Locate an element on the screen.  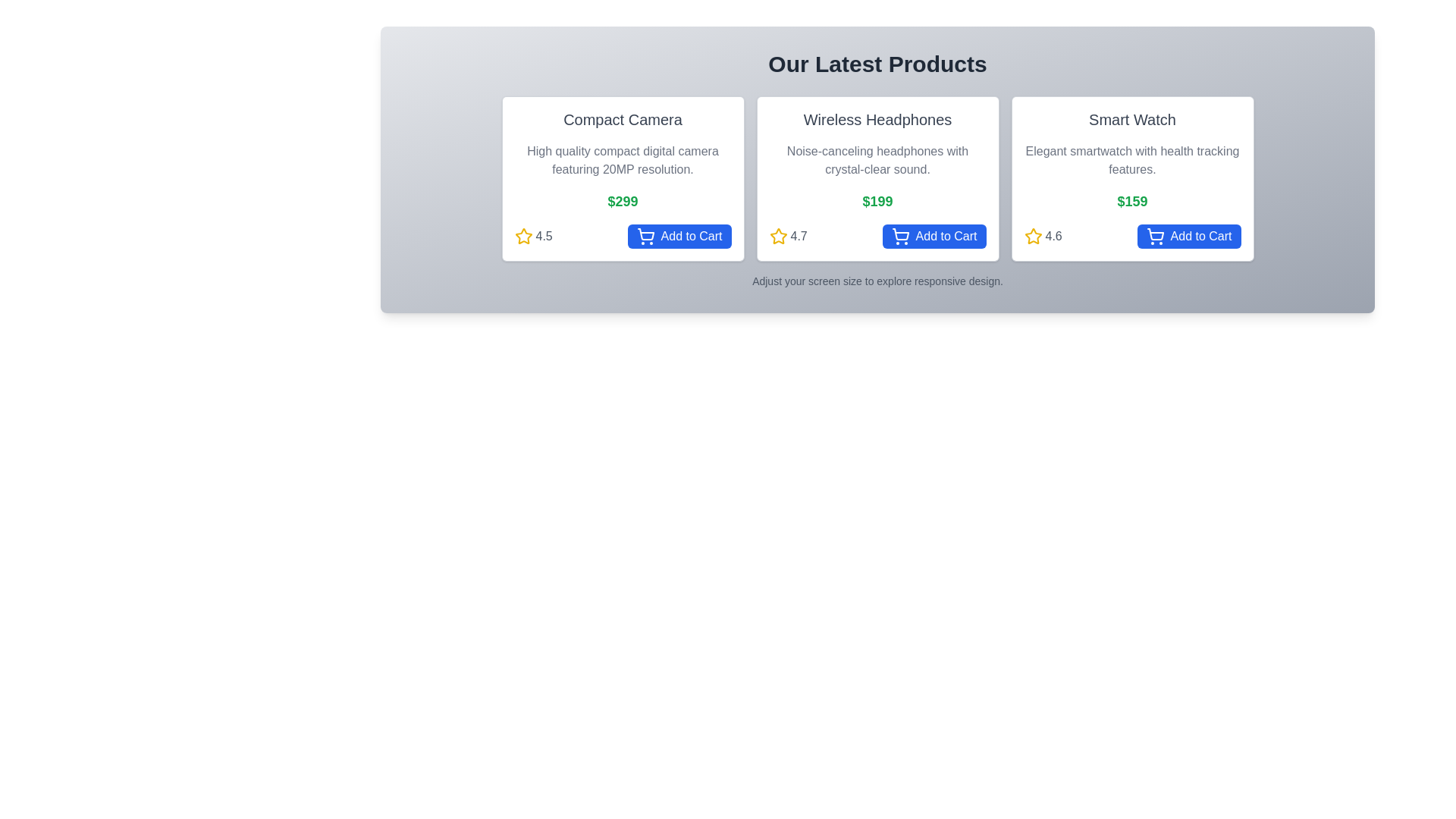
the star-shaped icon with a yellow outline next to the text '4.6' in the Smart Watch product description card is located at coordinates (1032, 237).